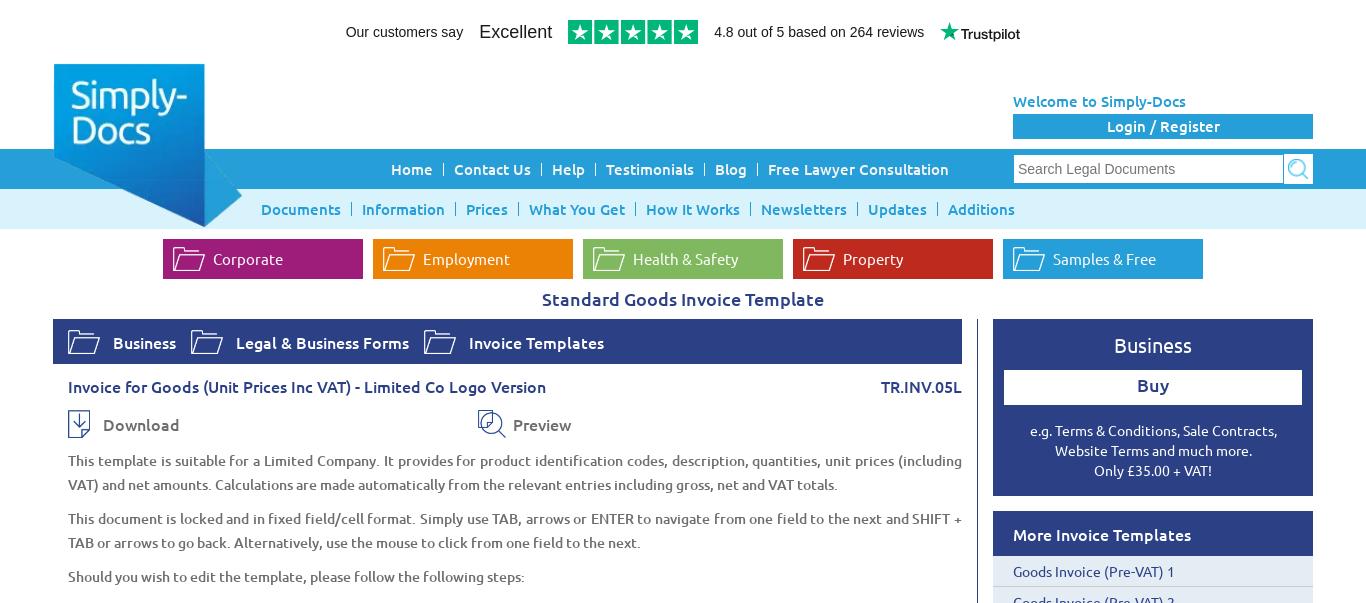  What do you see at coordinates (1093, 570) in the screenshot?
I see `'Goods Invoice (Pre-VAT) 1'` at bounding box center [1093, 570].